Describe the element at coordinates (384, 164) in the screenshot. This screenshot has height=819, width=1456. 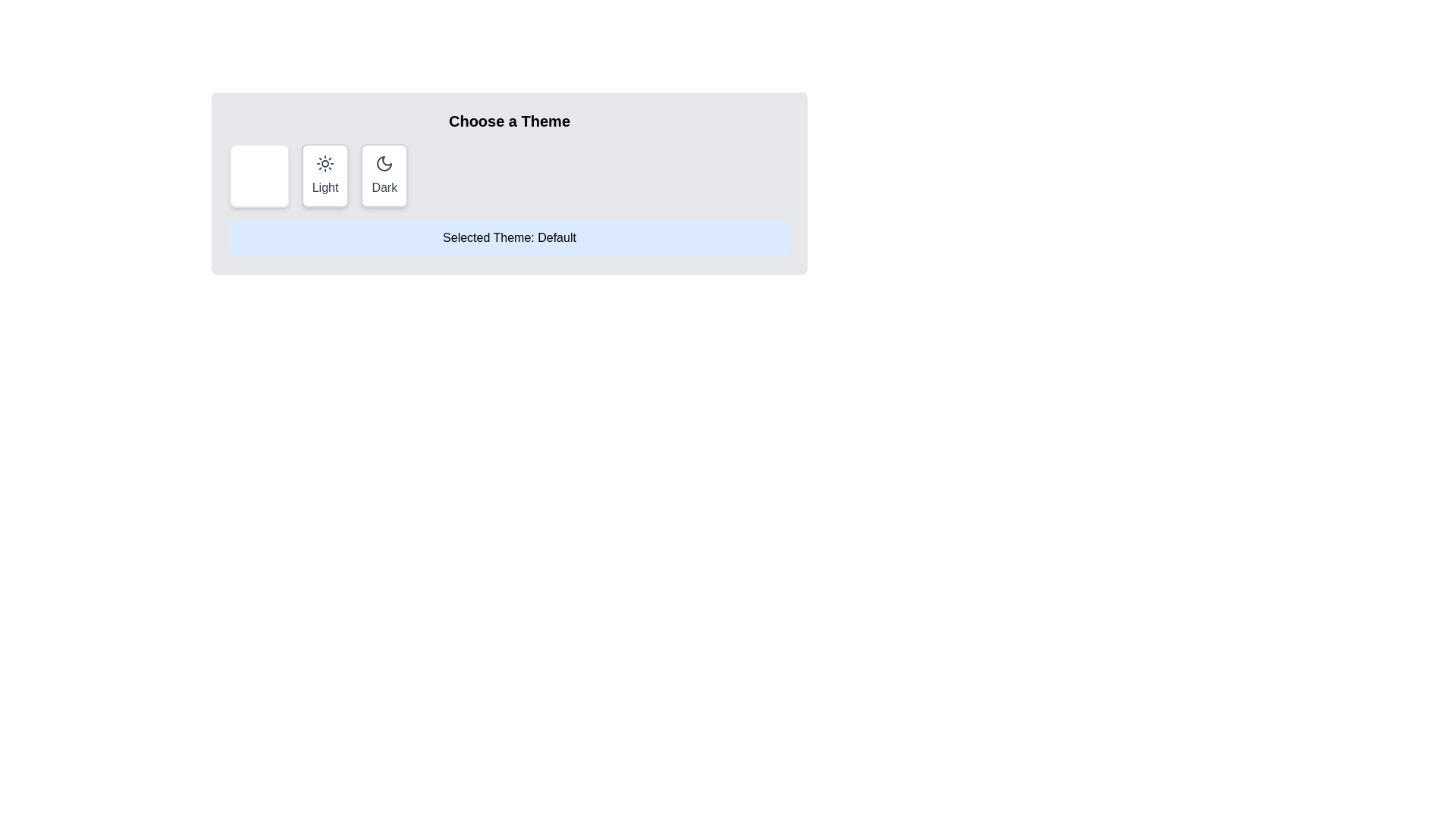
I see `the crescent moon-shaped icon, which is part of the 'Dark' theme button located between the 'Light' button and a blank space` at that location.